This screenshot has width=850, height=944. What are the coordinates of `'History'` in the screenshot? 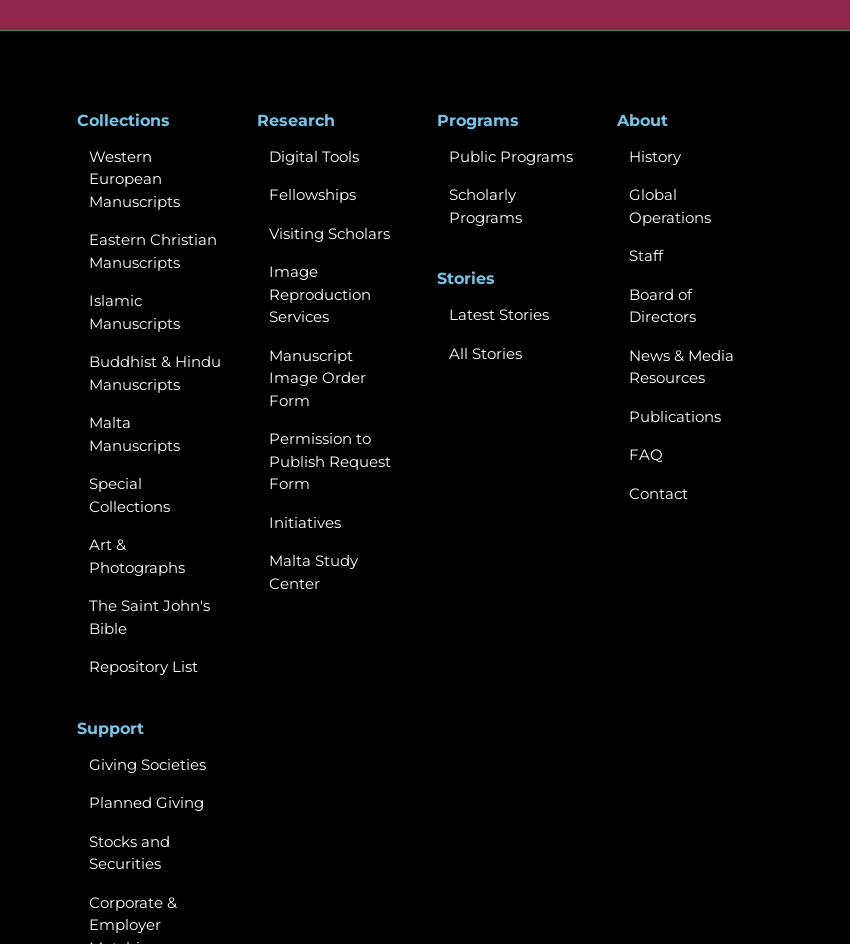 It's located at (628, 155).